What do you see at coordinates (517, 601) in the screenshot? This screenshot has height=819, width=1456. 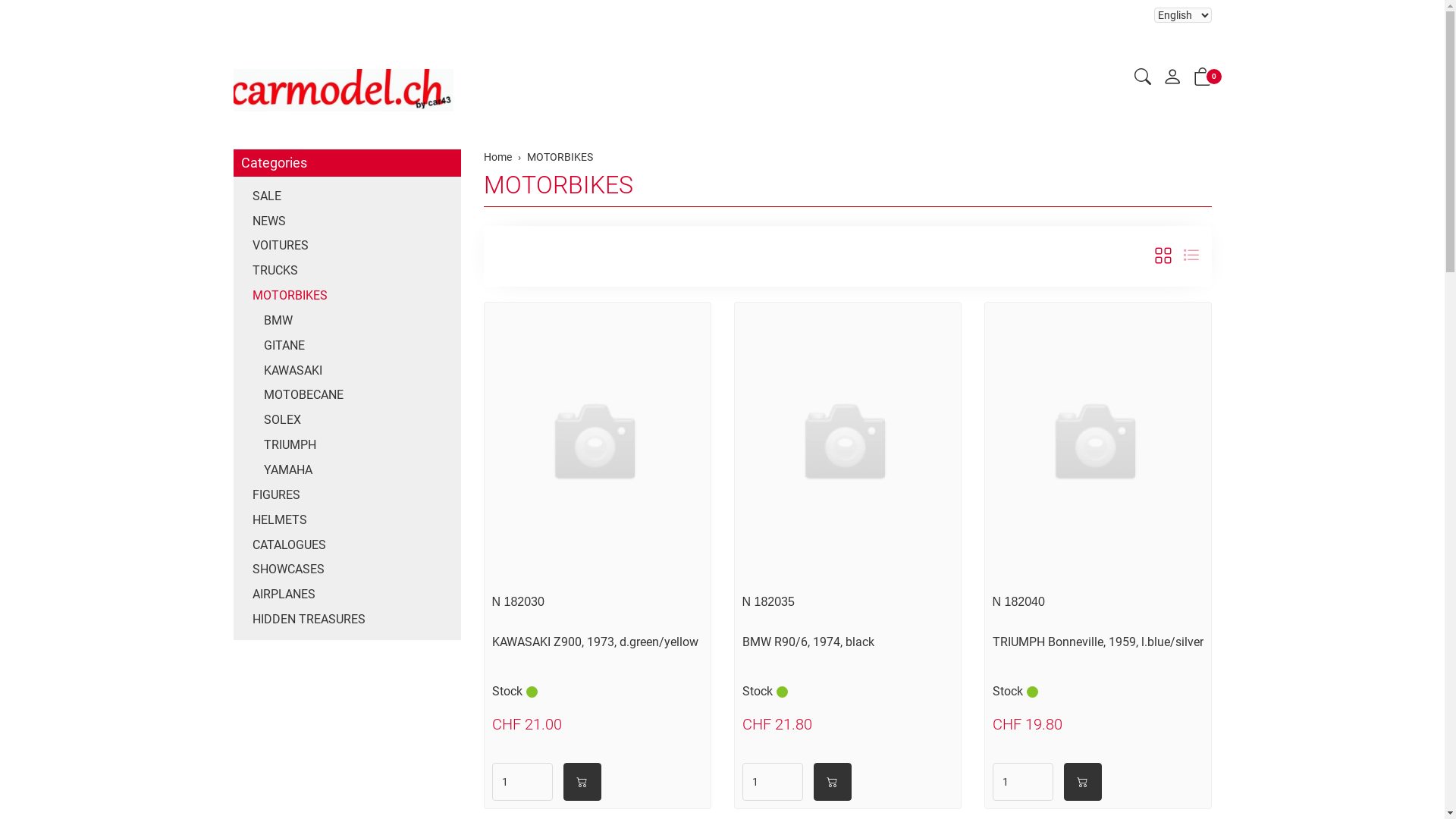 I see `'N 182030'` at bounding box center [517, 601].